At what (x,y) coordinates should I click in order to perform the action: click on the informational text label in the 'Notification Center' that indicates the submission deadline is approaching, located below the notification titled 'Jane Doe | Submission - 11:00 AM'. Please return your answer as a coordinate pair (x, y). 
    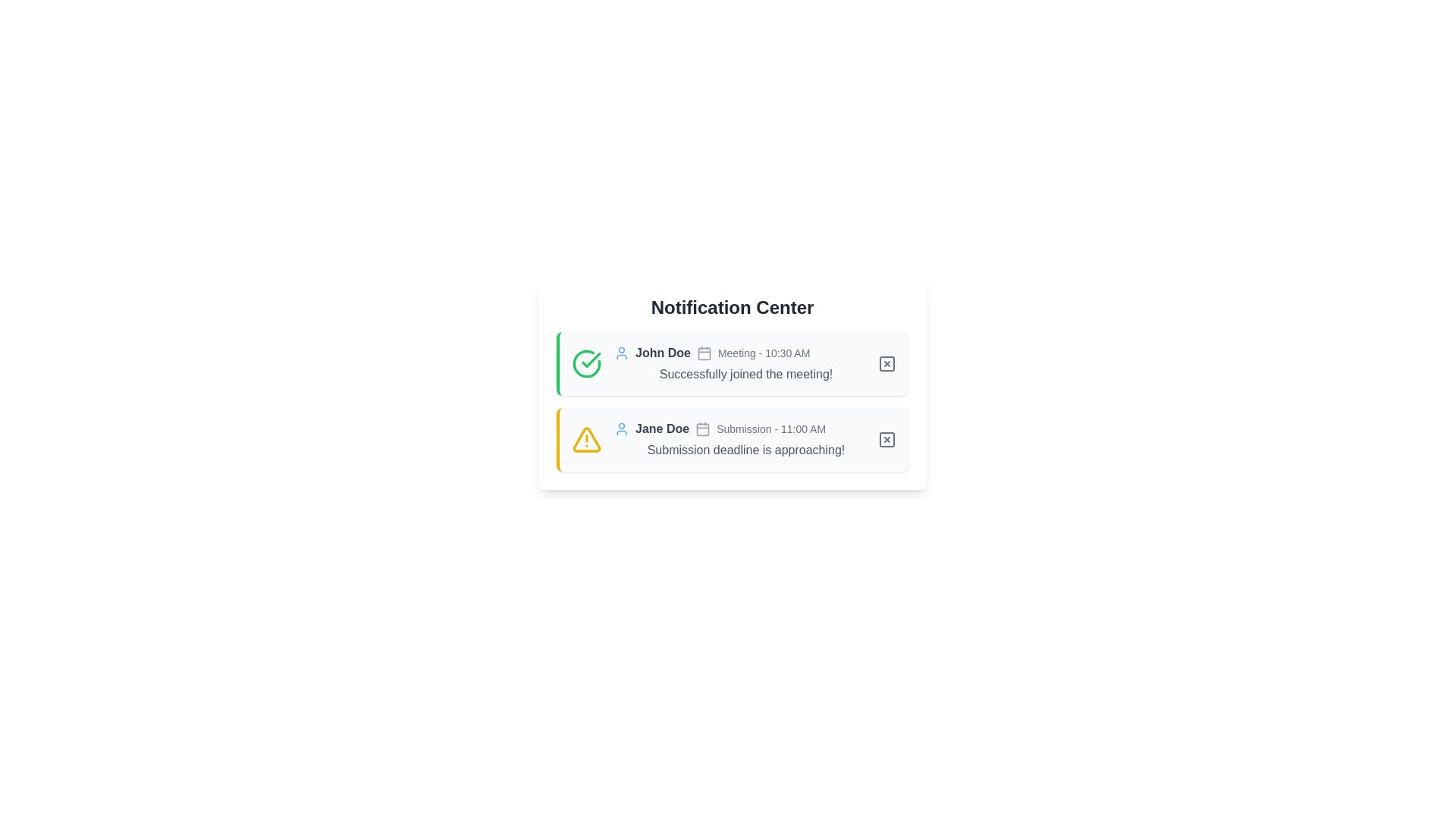
    Looking at the image, I should click on (745, 450).